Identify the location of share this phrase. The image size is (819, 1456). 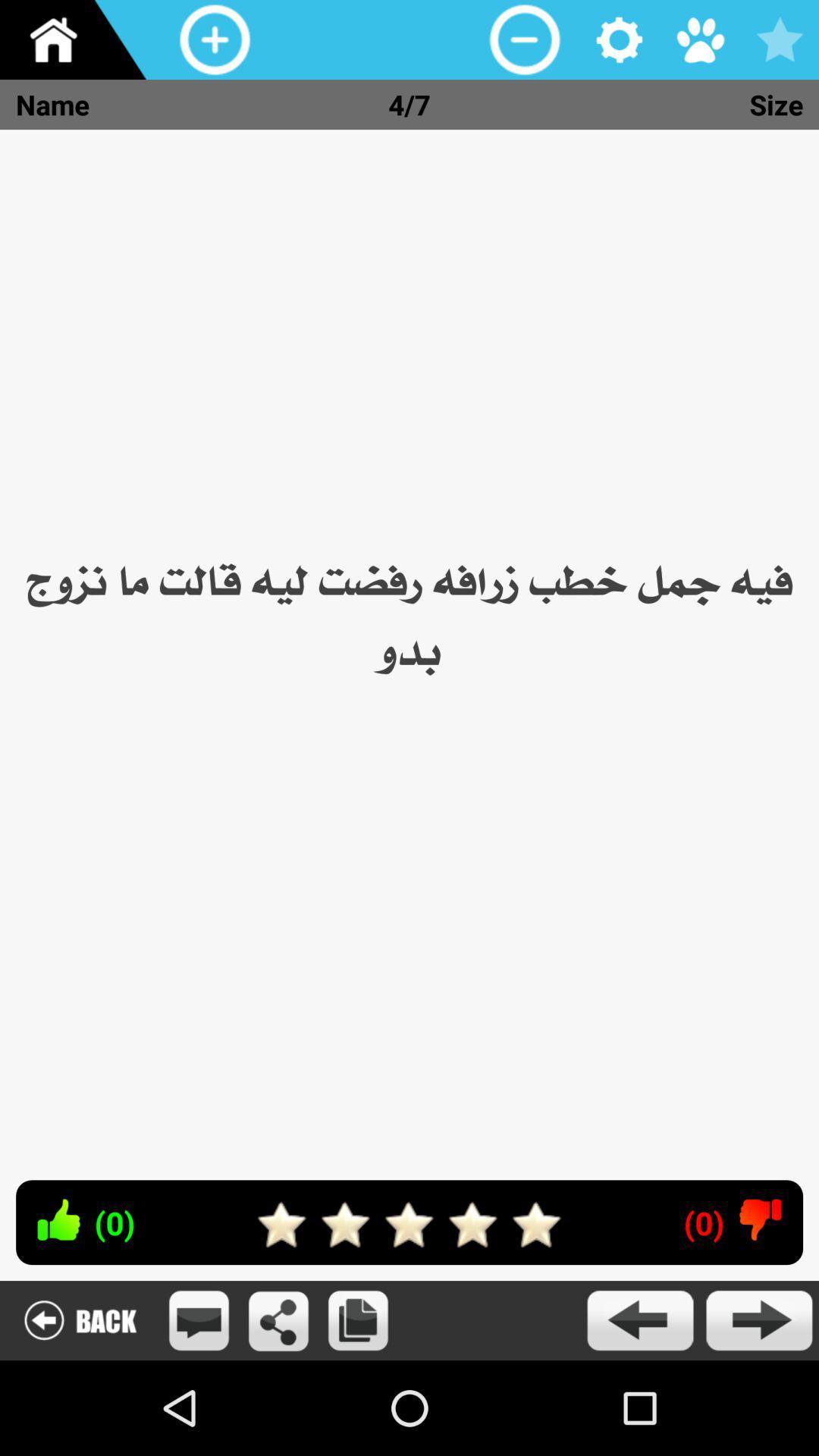
(278, 1319).